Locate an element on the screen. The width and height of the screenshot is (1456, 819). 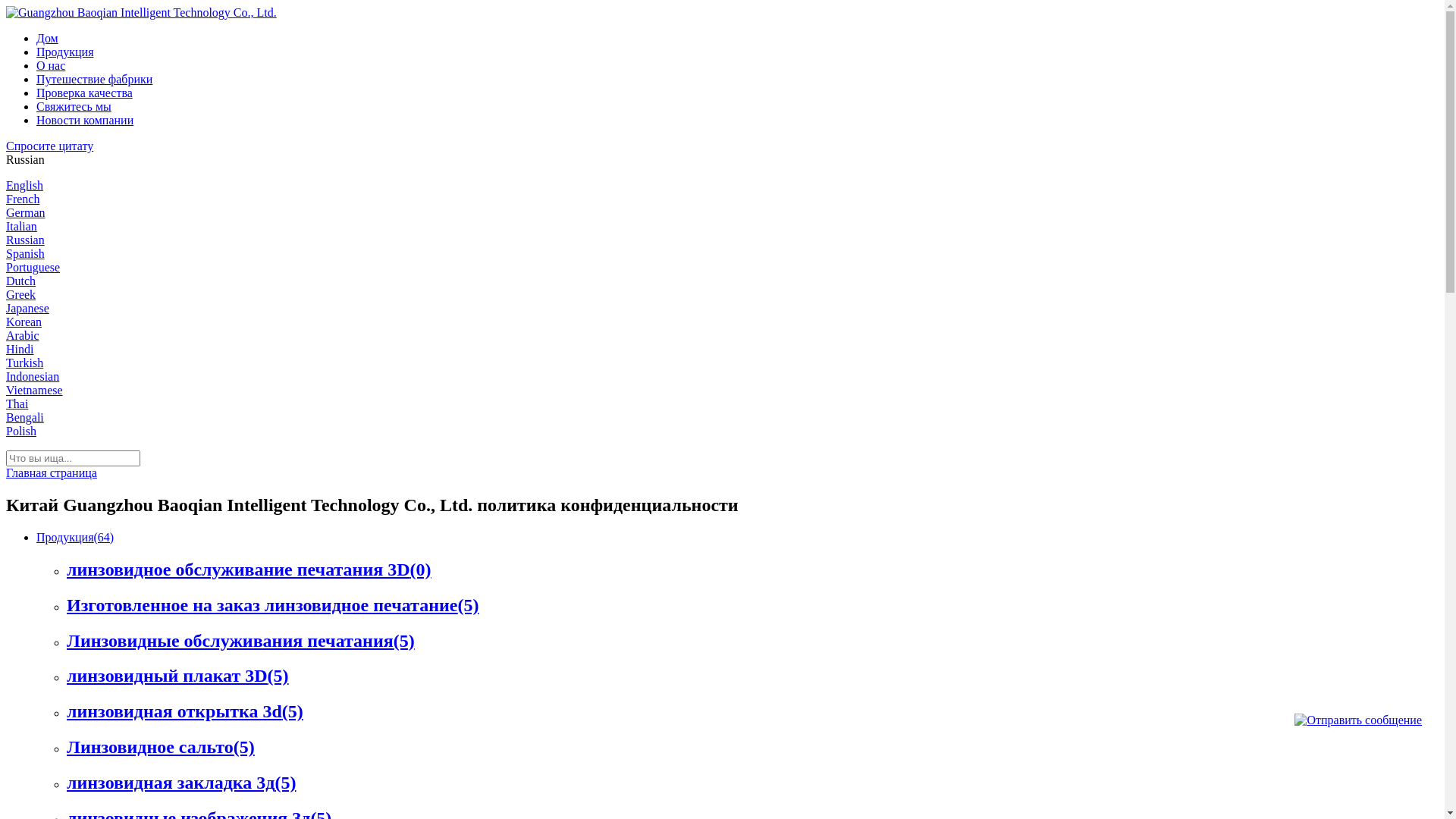
'Hindi' is located at coordinates (19, 349).